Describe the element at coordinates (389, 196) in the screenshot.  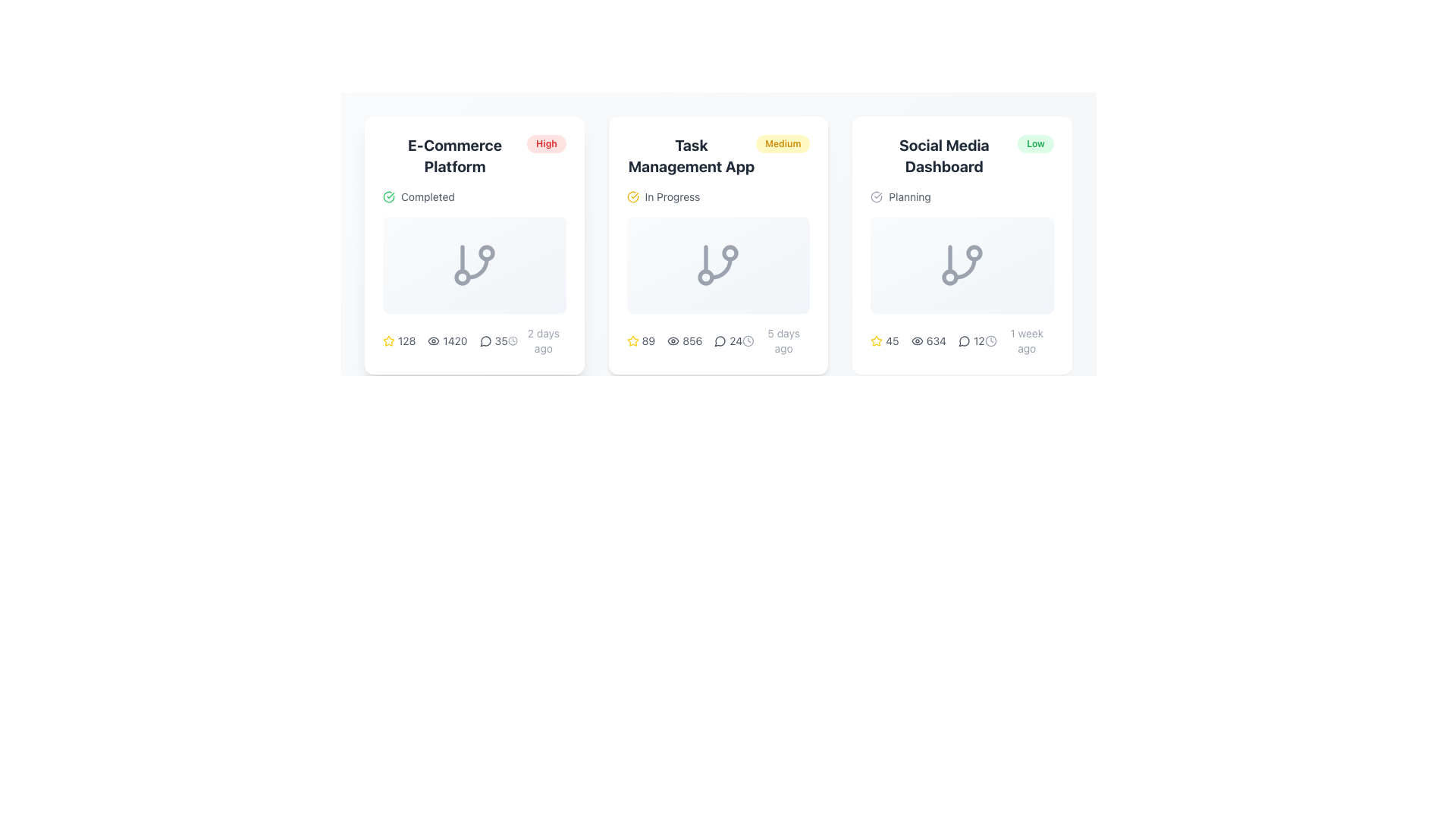
I see `the 'Completed' status checkmark icon located left of the 'Completed' text within the E-Commerce Platform card` at that location.